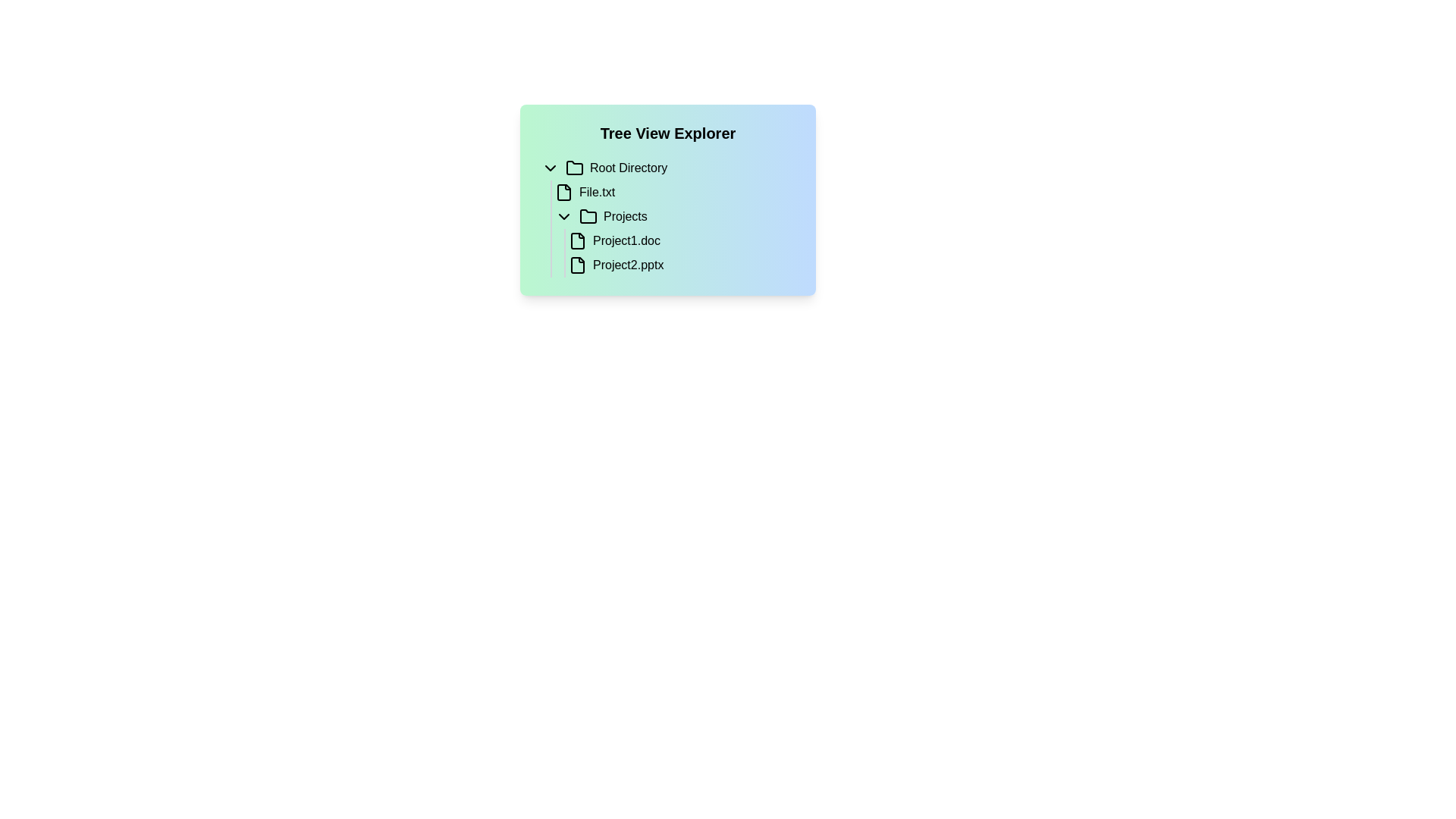 The height and width of the screenshot is (819, 1456). I want to click on the folder icon representing the 'Projects' directory, so click(588, 216).